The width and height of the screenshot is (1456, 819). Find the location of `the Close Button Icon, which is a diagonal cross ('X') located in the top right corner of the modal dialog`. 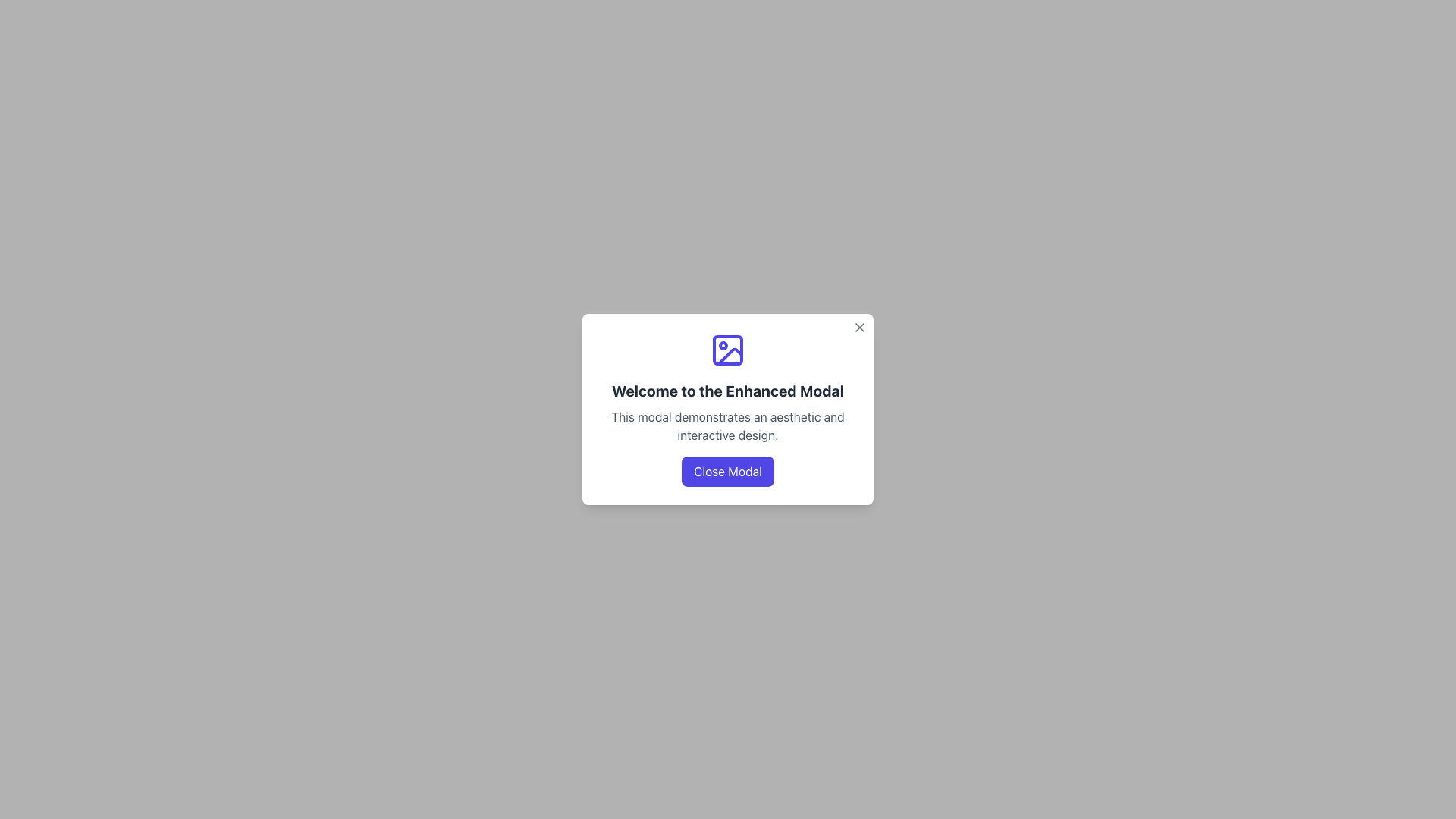

the Close Button Icon, which is a diagonal cross ('X') located in the top right corner of the modal dialog is located at coordinates (859, 327).